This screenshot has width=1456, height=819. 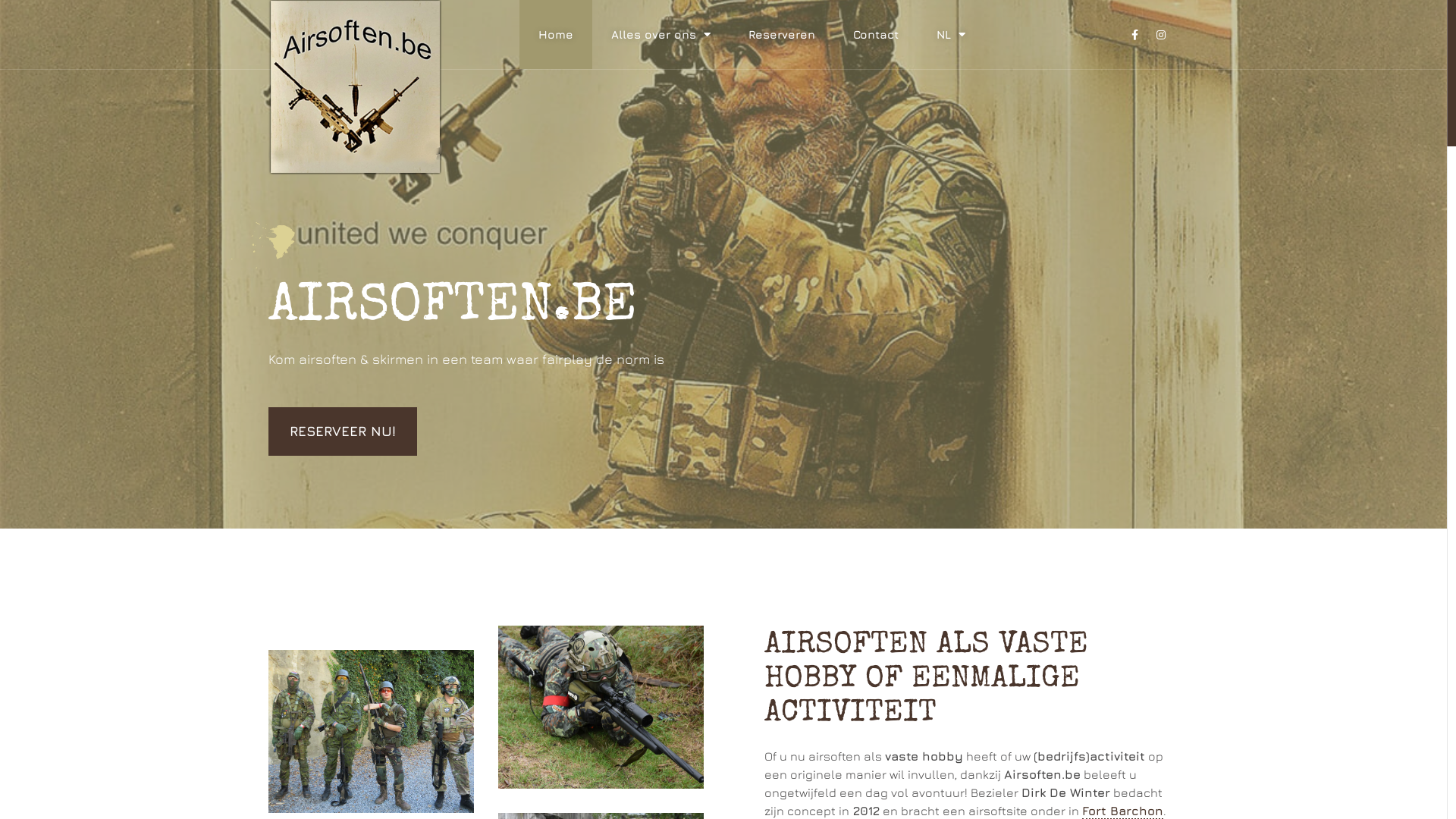 What do you see at coordinates (949, 34) in the screenshot?
I see `'NL'` at bounding box center [949, 34].